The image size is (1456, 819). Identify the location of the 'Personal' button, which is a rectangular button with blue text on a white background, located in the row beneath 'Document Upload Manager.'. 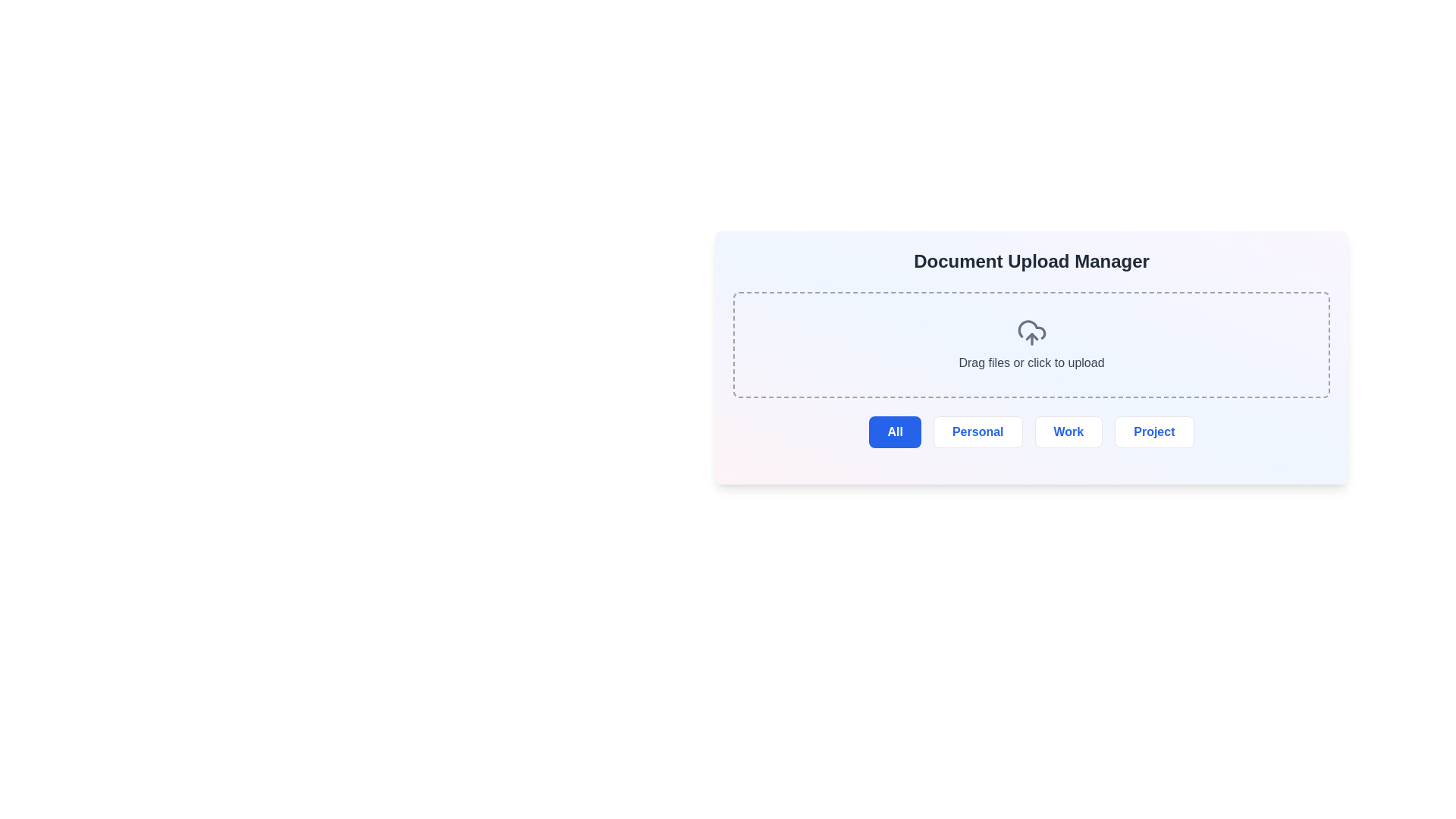
(977, 432).